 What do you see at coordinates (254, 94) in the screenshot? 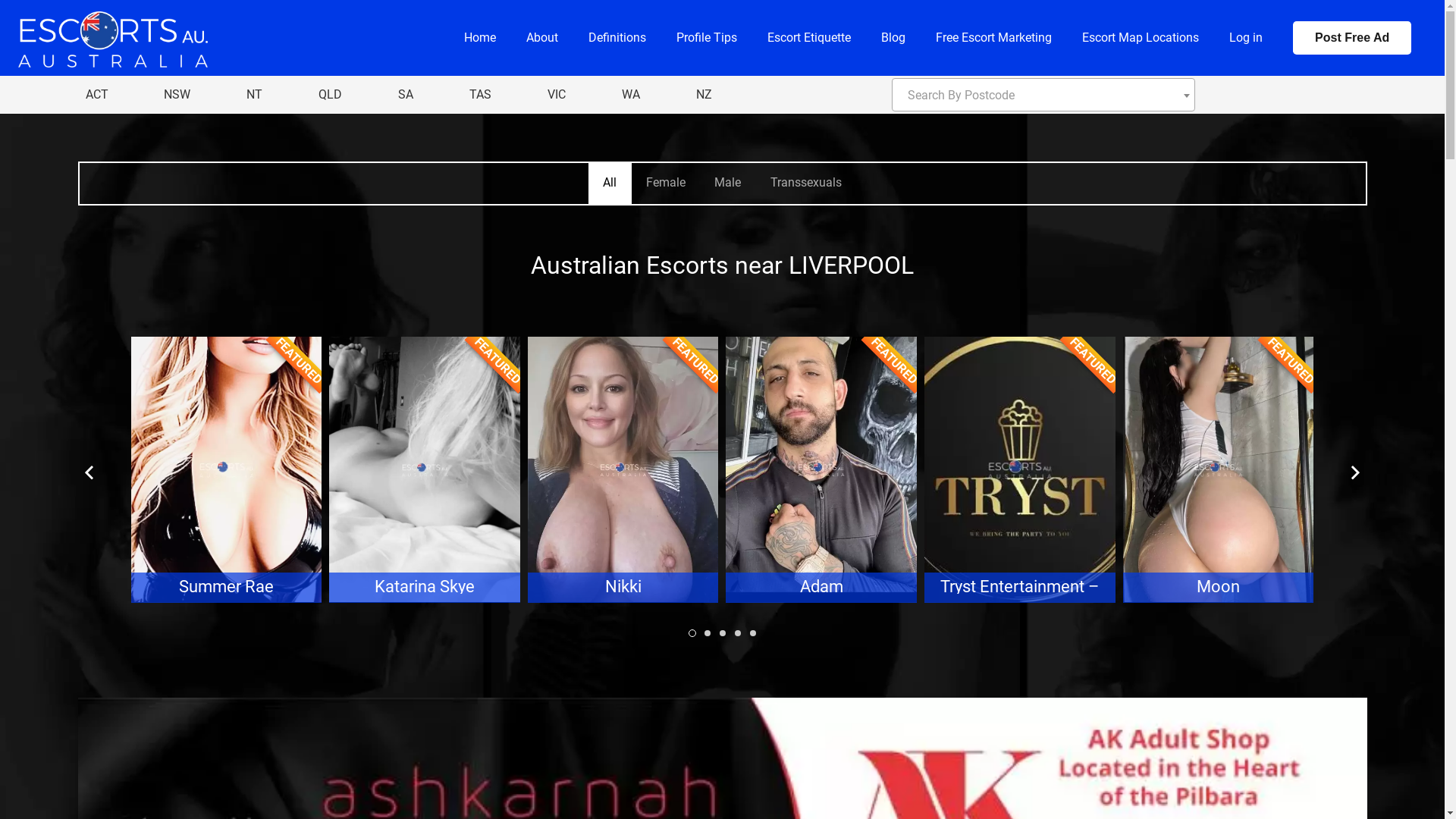
I see `'NT'` at bounding box center [254, 94].